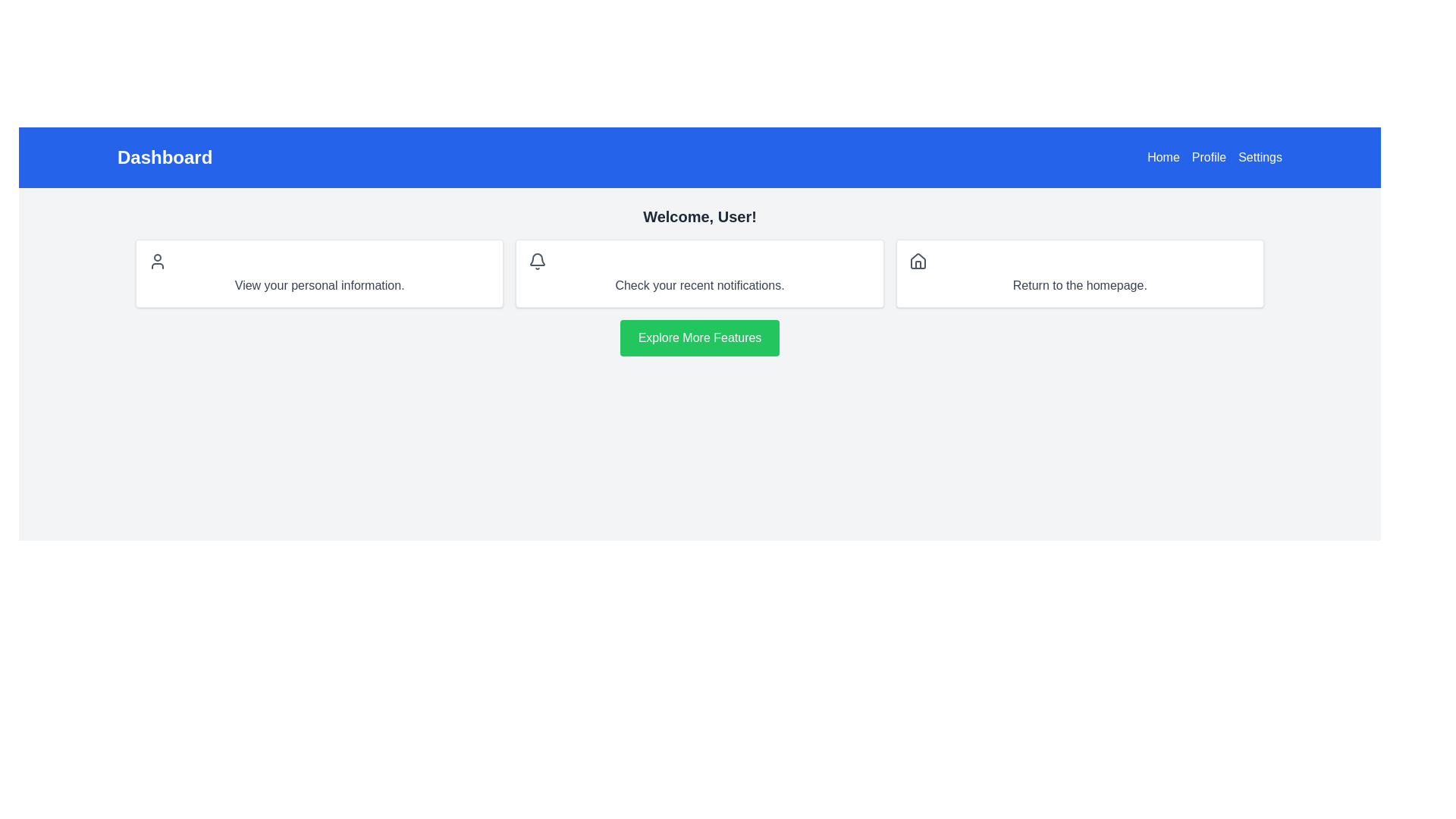 The image size is (1456, 819). I want to click on the static text label located on the left side of the top navigation bar, which precedes the interactive links labeled 'Home', 'Profile', and 'Settings', so click(165, 158).